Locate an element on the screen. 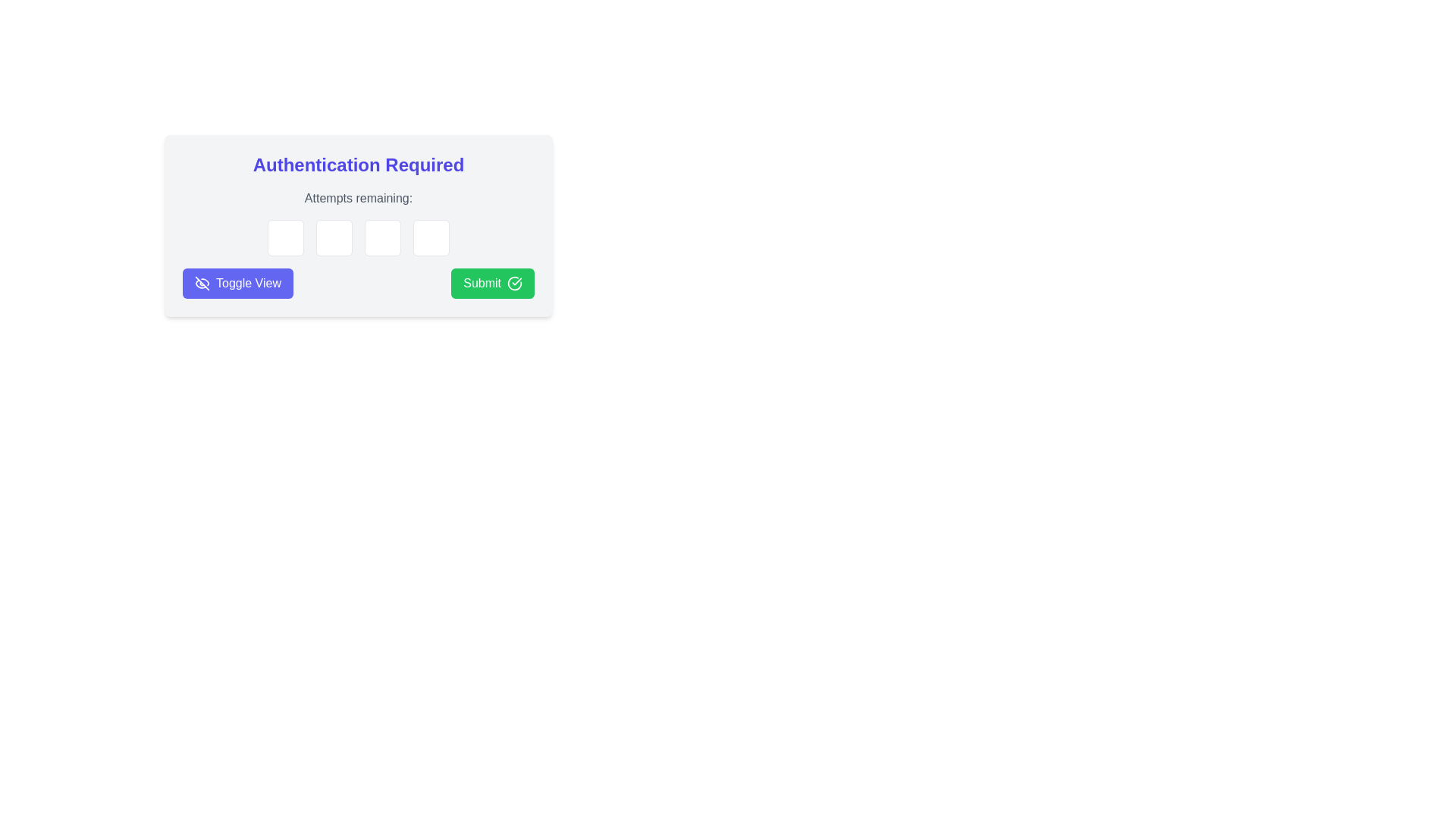 Image resolution: width=1456 pixels, height=819 pixels. the 'eye-off' icon located inside the 'Toggle View' button at the bottom-left corner of the central card-like interface is located at coordinates (202, 284).